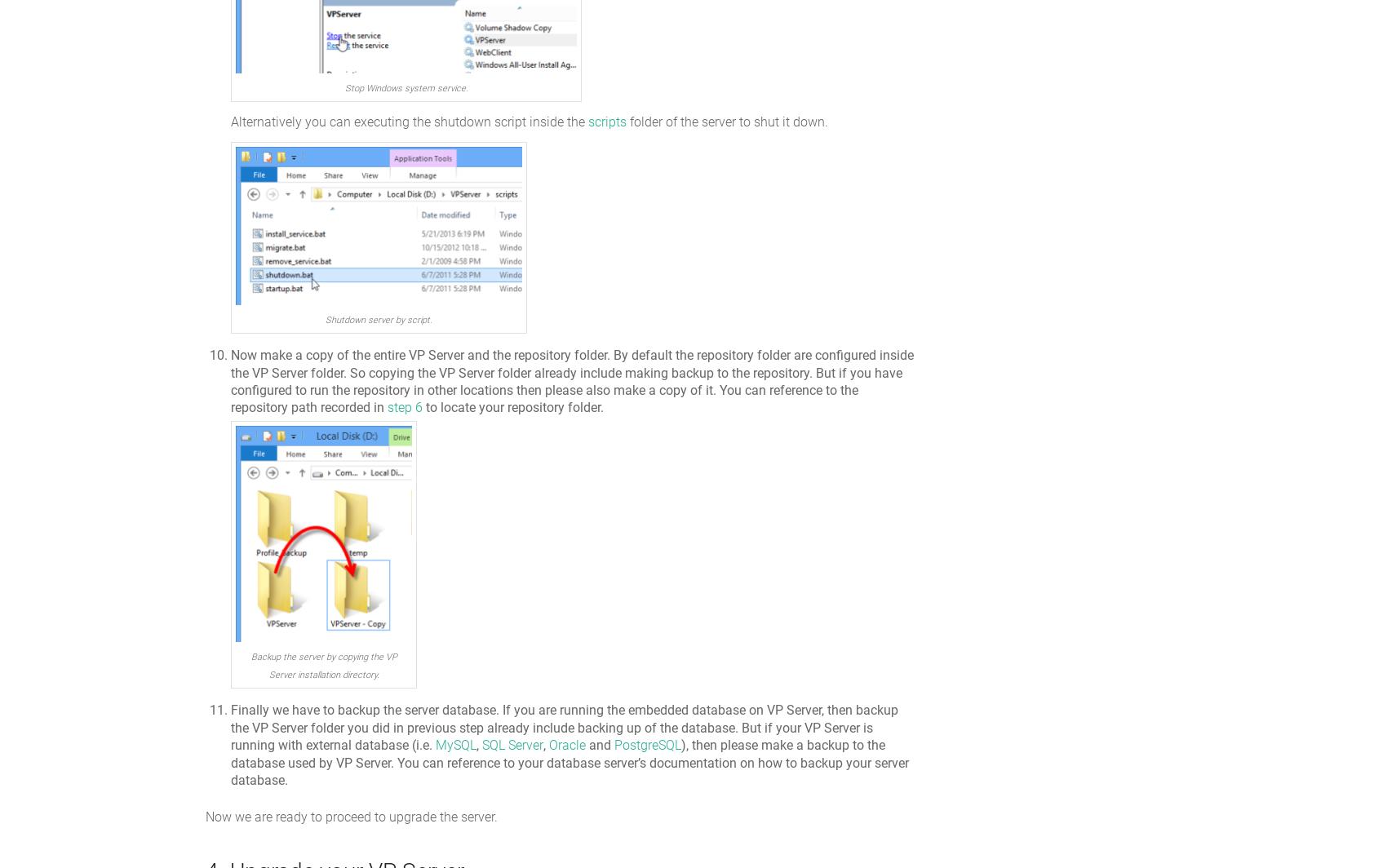  What do you see at coordinates (512, 745) in the screenshot?
I see `'SQL Server'` at bounding box center [512, 745].